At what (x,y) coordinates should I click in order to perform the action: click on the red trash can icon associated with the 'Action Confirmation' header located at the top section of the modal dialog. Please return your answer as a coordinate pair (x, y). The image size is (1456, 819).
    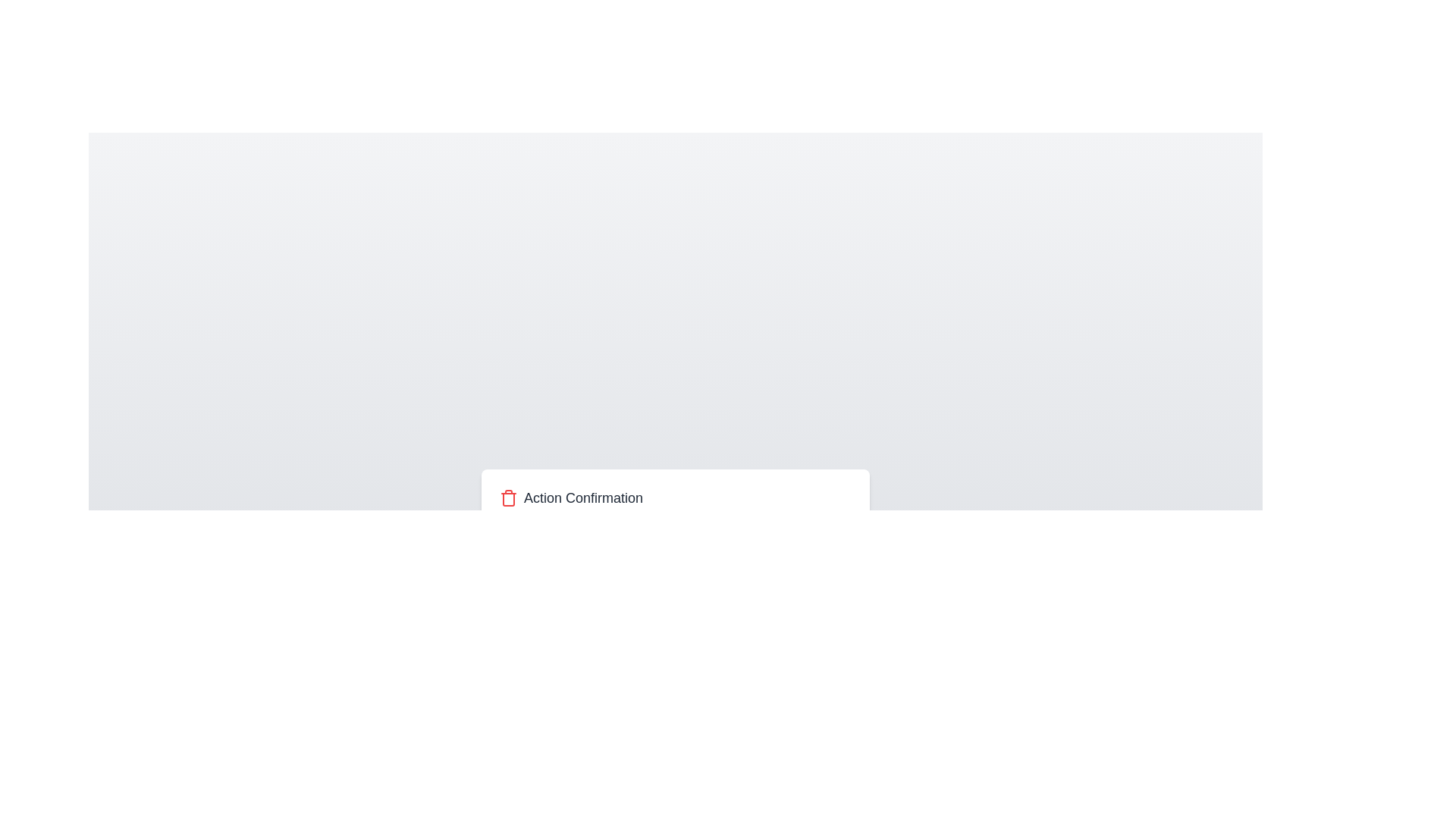
    Looking at the image, I should click on (675, 497).